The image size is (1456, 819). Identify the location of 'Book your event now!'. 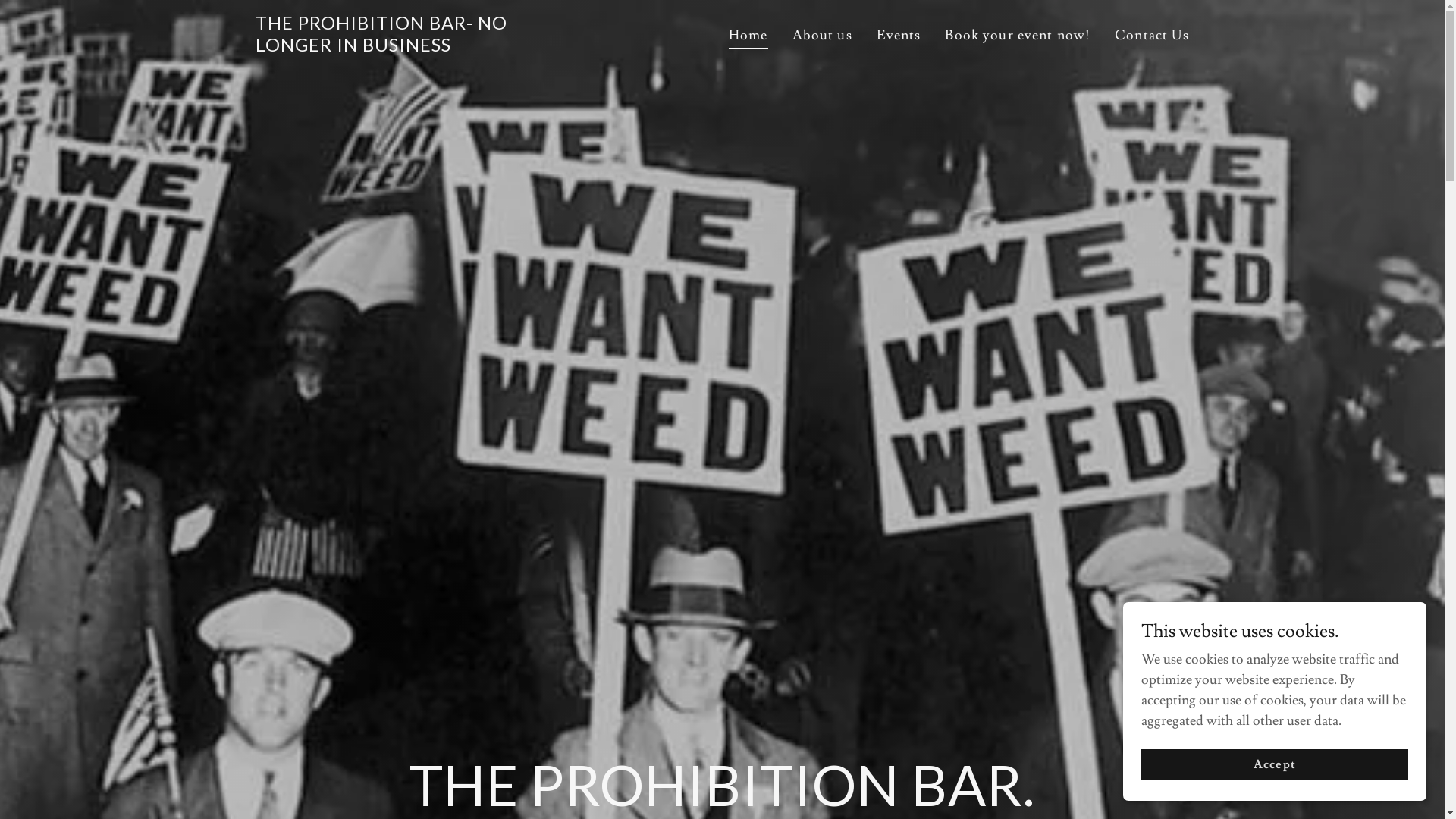
(939, 34).